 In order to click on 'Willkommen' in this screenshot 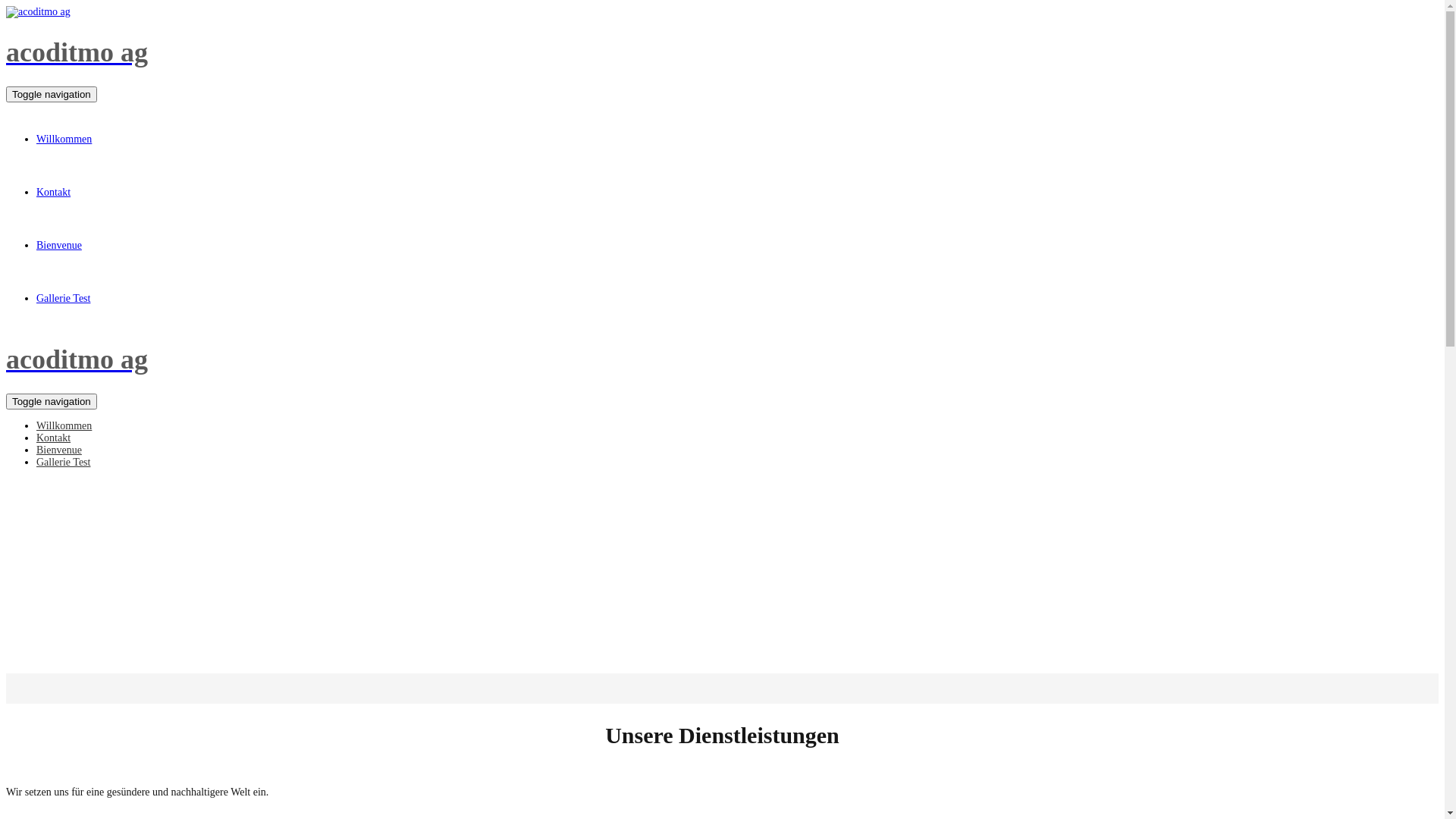, I will do `click(36, 140)`.